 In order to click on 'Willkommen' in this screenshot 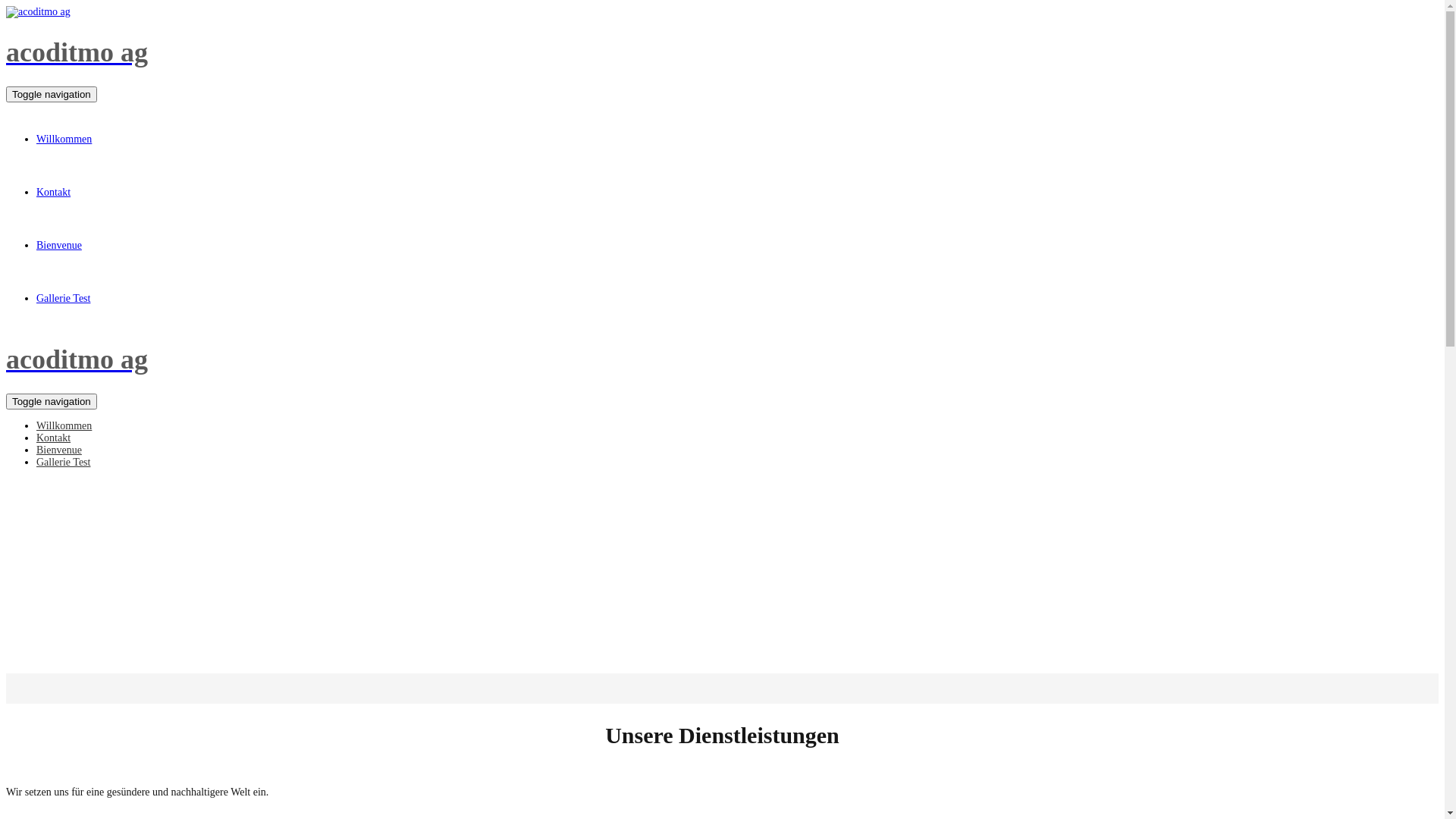, I will do `click(36, 140)`.